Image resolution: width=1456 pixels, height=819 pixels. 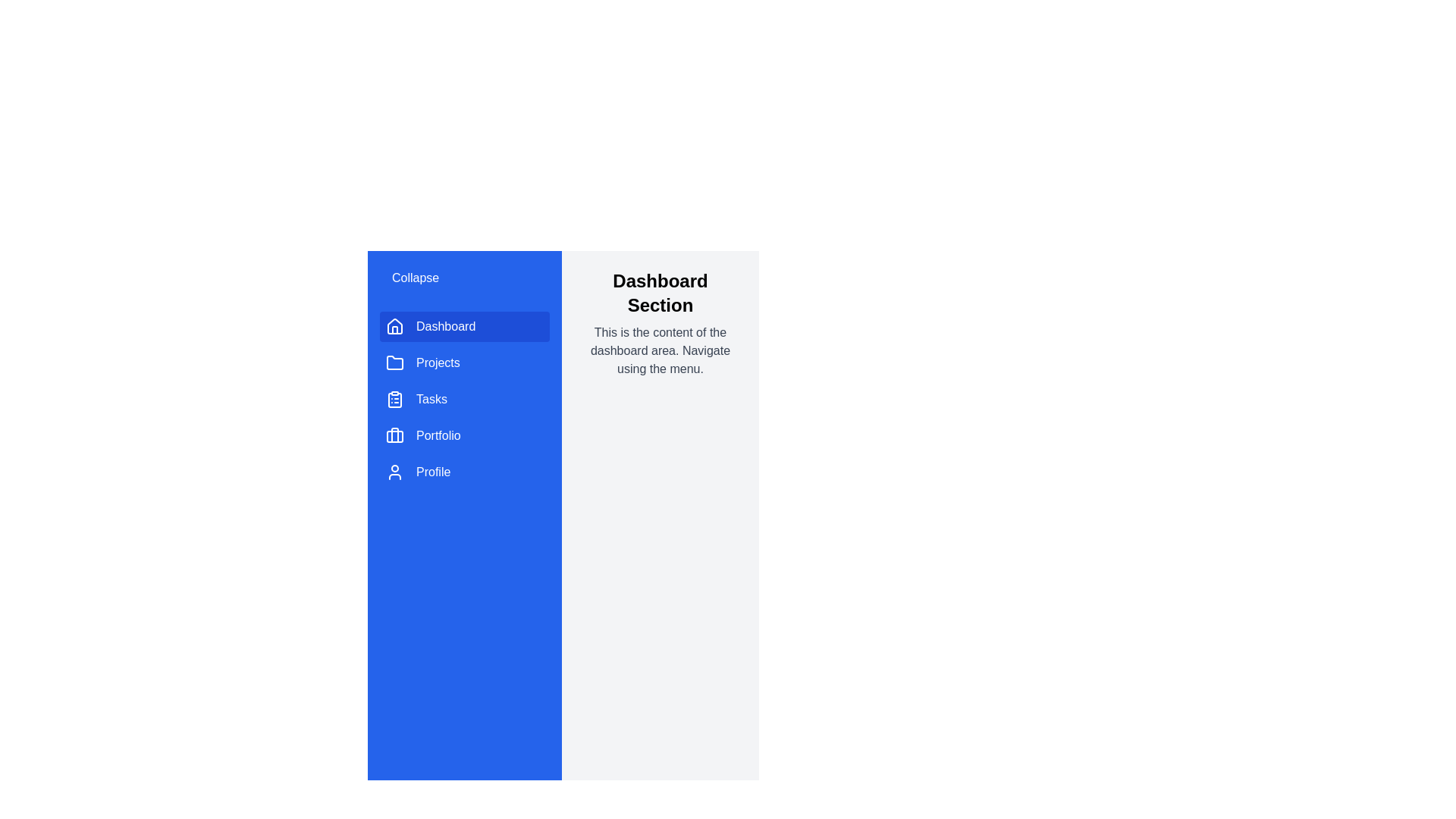 I want to click on the menu item Projects to navigate to the corresponding section, so click(x=464, y=362).